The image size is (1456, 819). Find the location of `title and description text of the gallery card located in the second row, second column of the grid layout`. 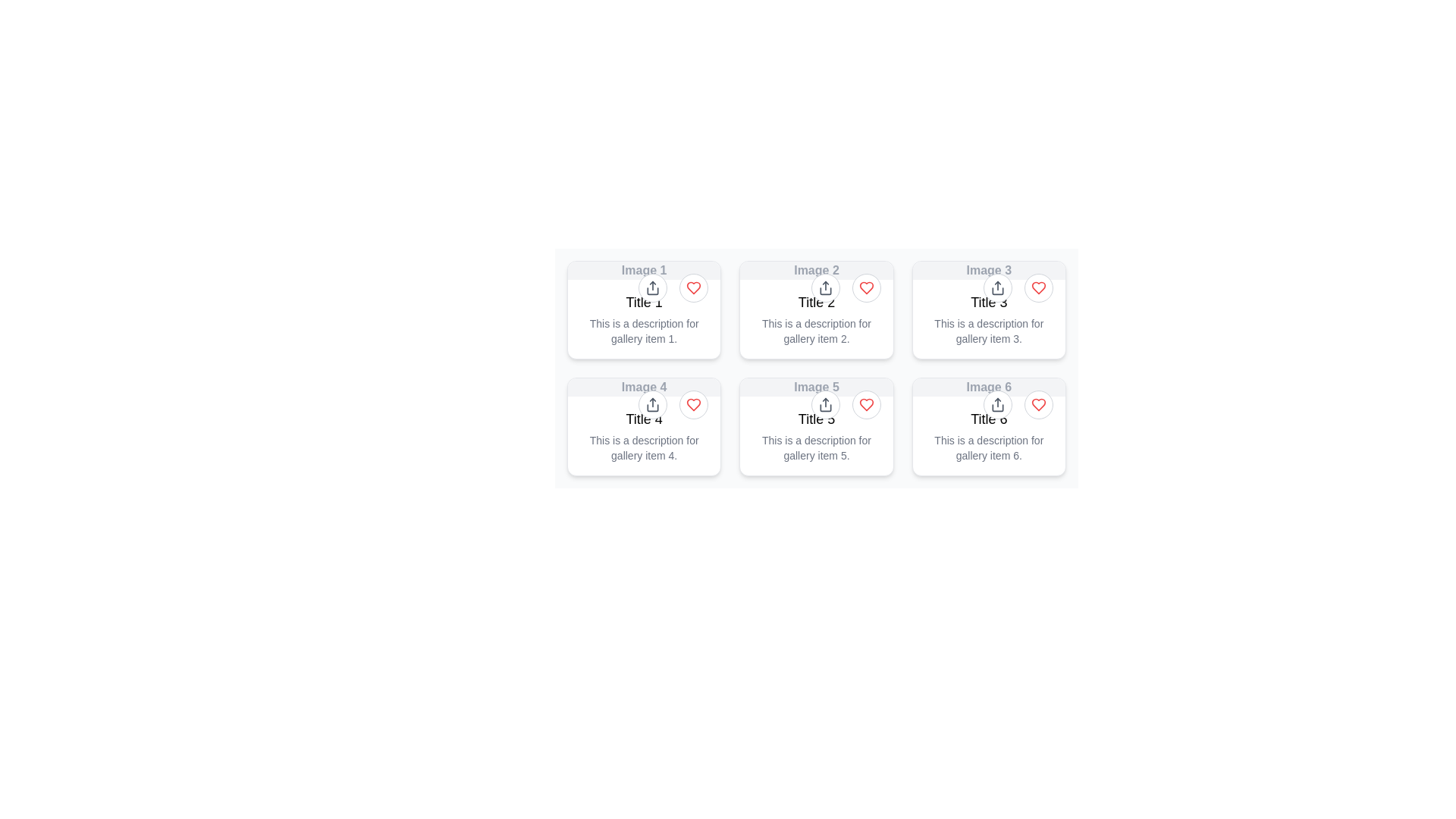

title and description text of the gallery card located in the second row, second column of the grid layout is located at coordinates (815, 427).